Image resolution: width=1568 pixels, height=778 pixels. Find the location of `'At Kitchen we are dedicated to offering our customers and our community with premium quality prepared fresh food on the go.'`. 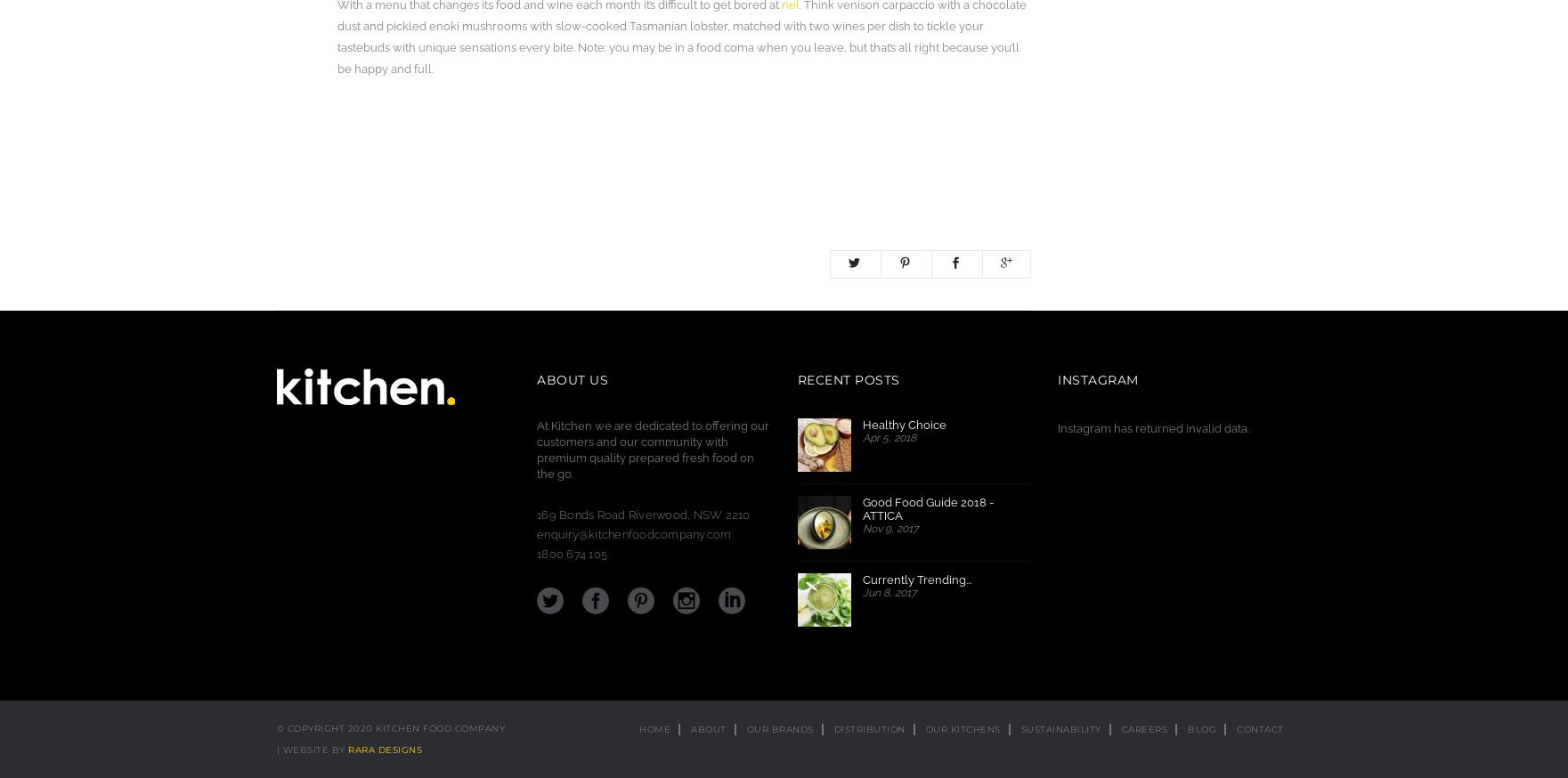

'At Kitchen we are dedicated to offering our customers and our community with premium quality prepared fresh food on the go.' is located at coordinates (653, 449).